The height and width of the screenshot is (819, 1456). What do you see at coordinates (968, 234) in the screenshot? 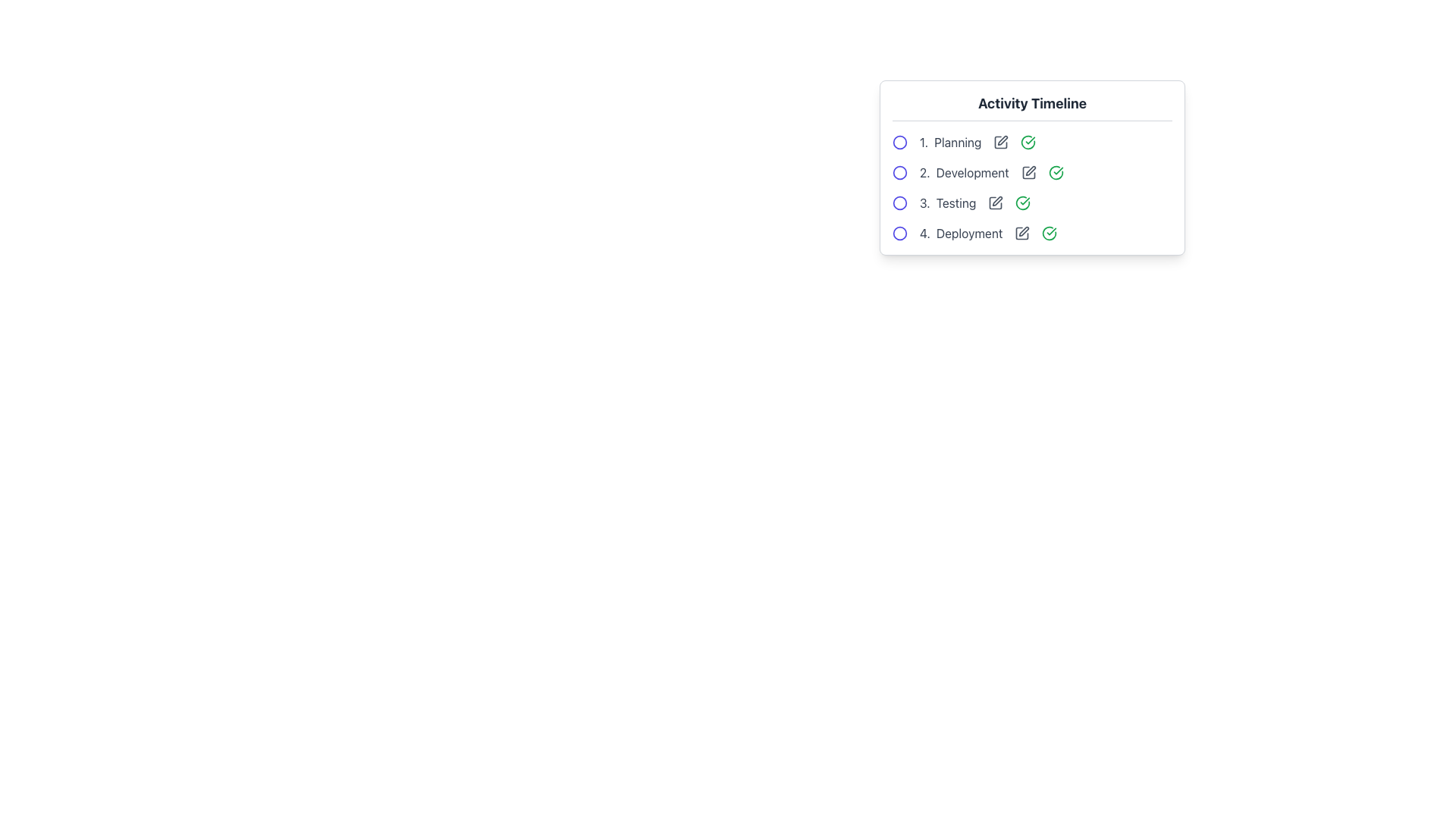
I see `the text label displaying 'Deployment', which is the fourth entry in a vertical list styled in a tabular format, located below 'Planning', 'Development', and 'Testing'` at bounding box center [968, 234].